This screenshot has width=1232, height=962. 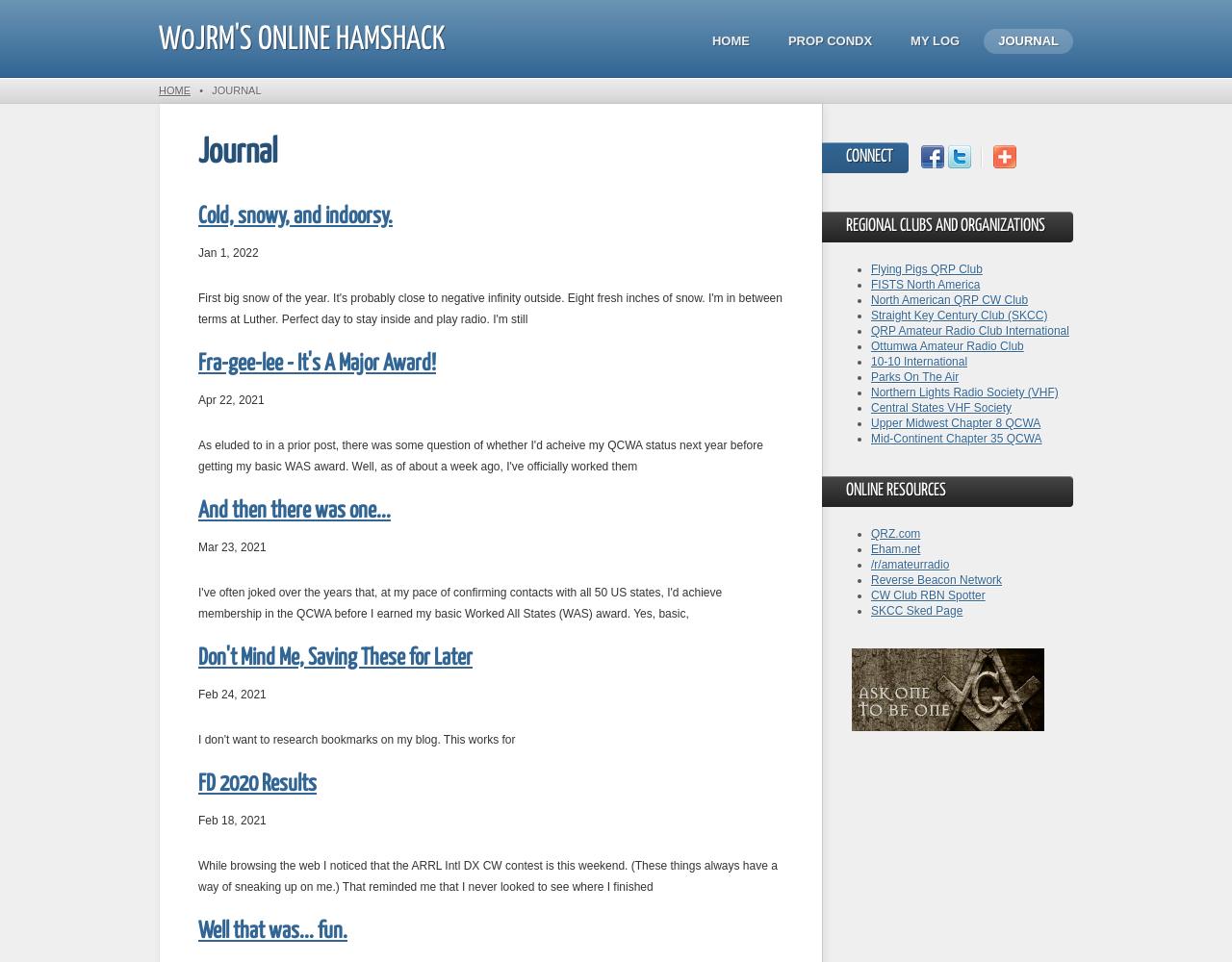 I want to click on 'Northern Lights Radio Society (VHF)', so click(x=963, y=392).